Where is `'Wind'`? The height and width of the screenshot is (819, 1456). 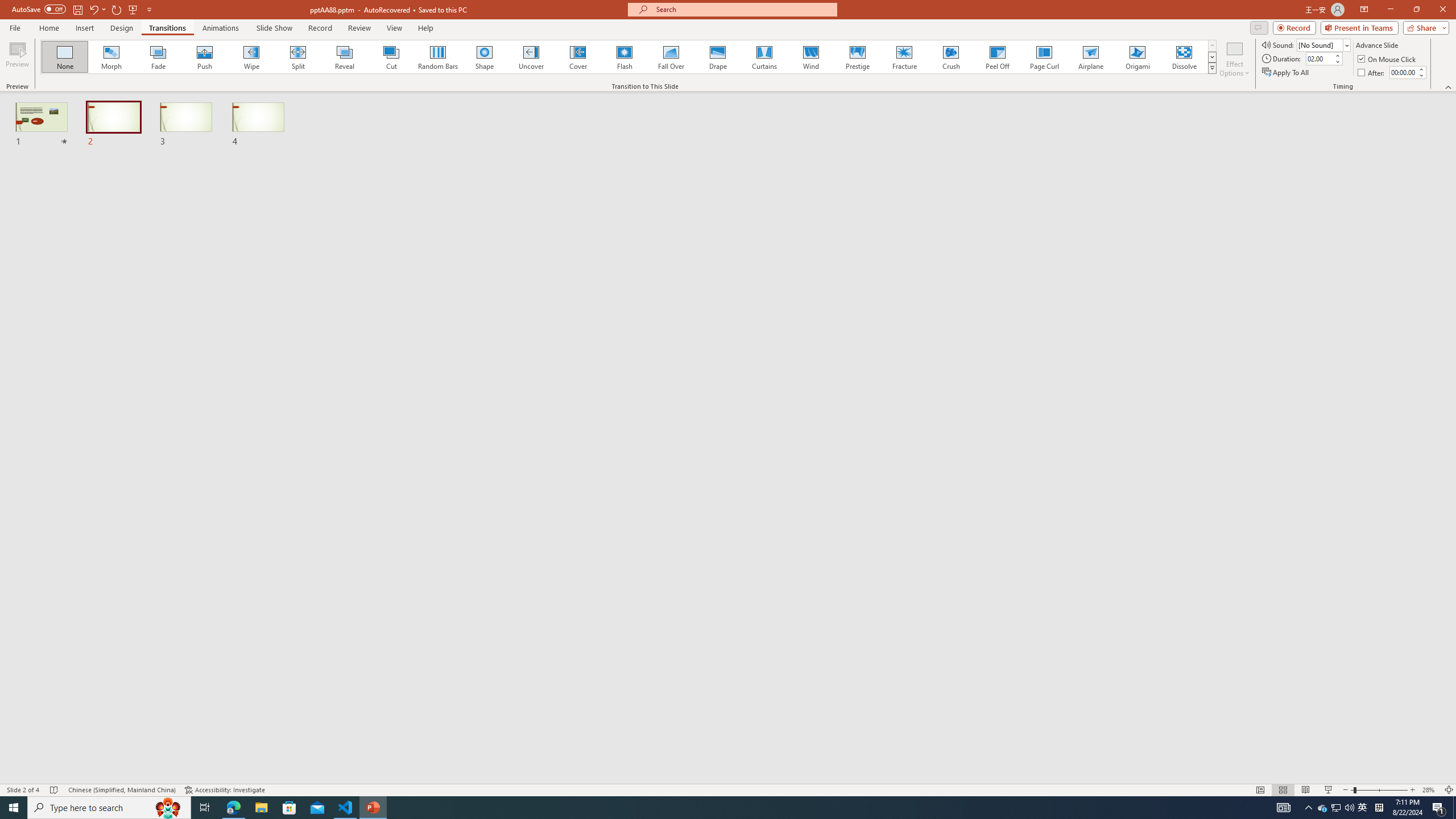 'Wind' is located at coordinates (810, 56).